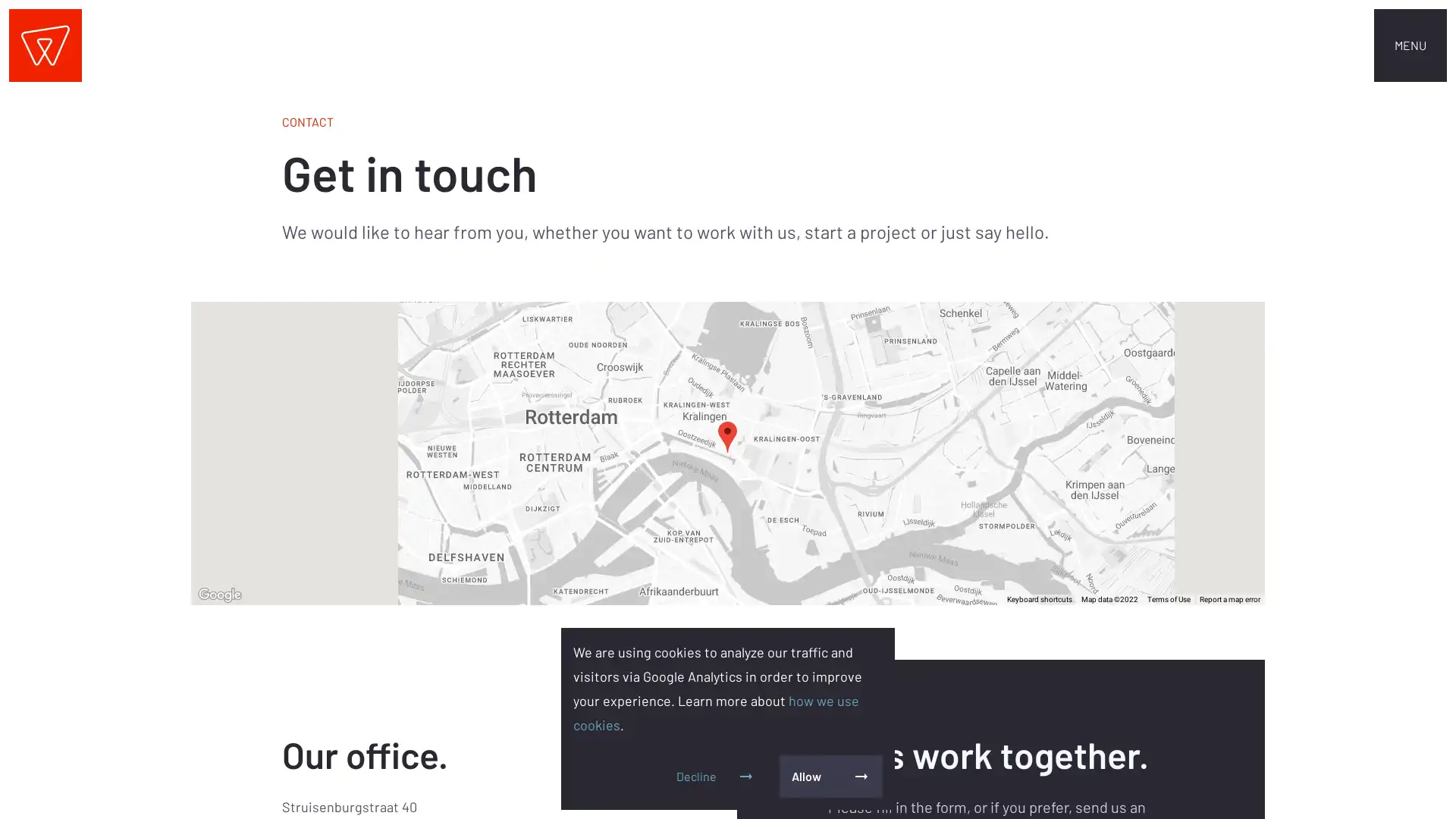 This screenshot has width=1456, height=819. What do you see at coordinates (830, 776) in the screenshot?
I see `Allow` at bounding box center [830, 776].